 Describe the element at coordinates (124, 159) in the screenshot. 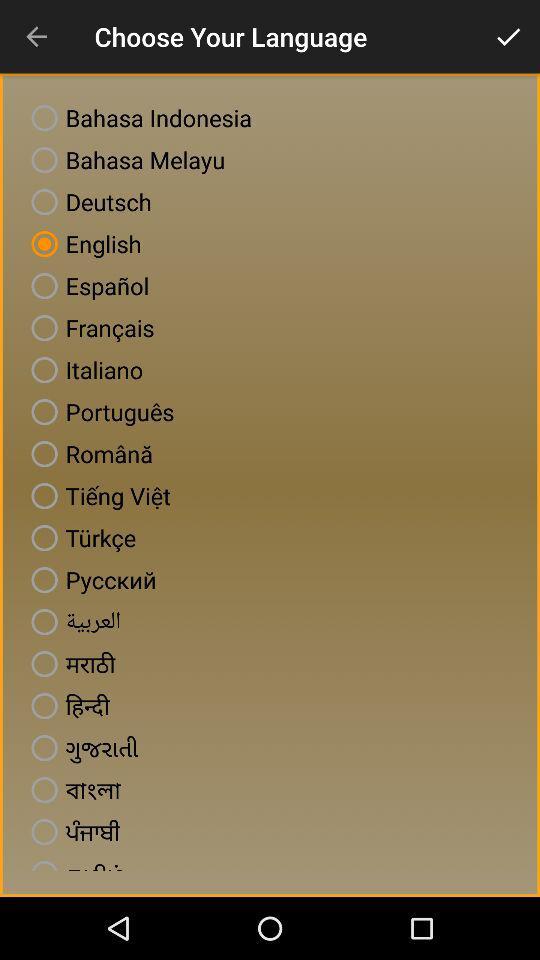

I see `the bahasa melayu icon` at that location.